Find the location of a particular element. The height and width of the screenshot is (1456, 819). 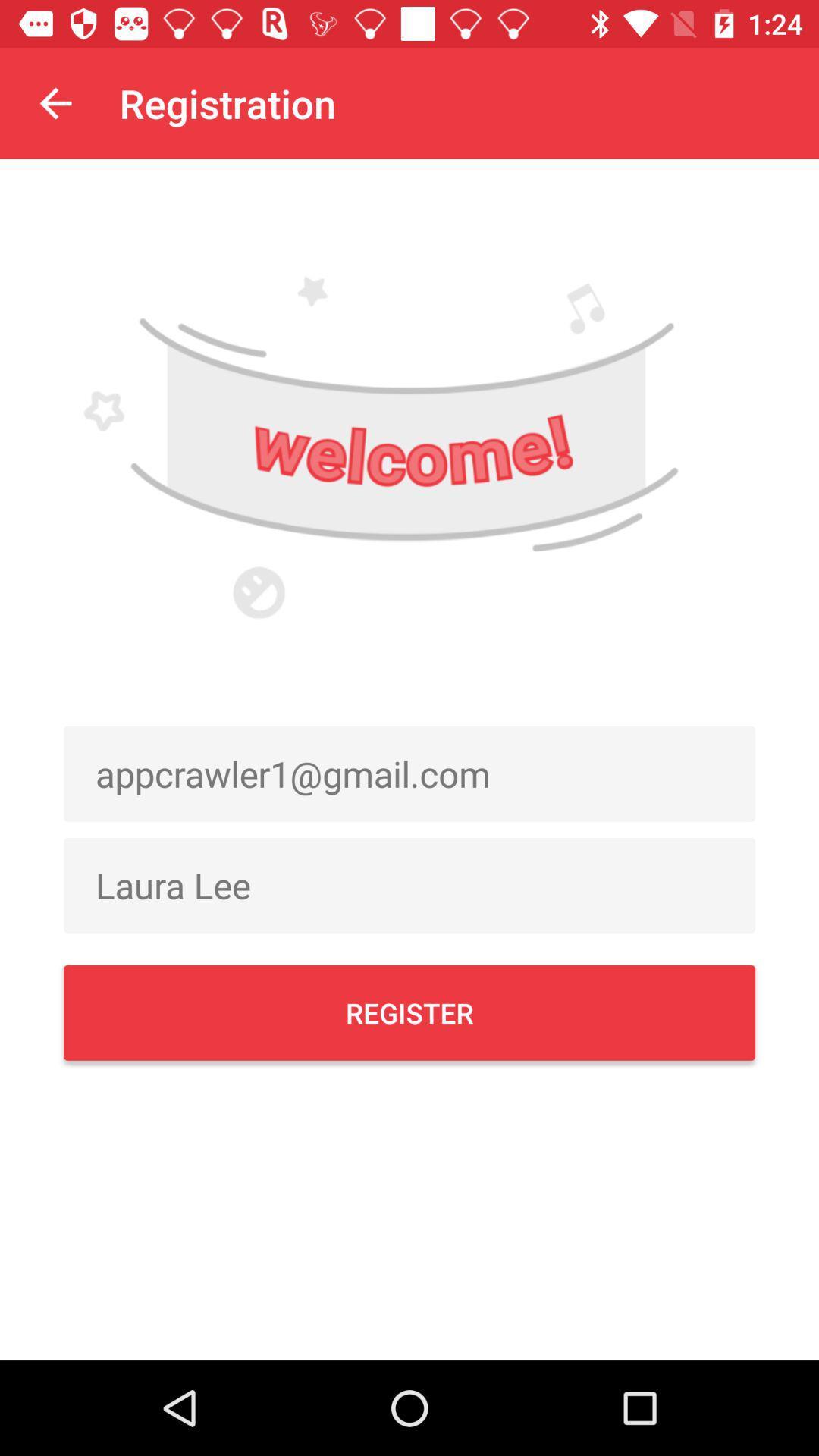

the item below the appcrawler1@gmail.com item is located at coordinates (409, 885).